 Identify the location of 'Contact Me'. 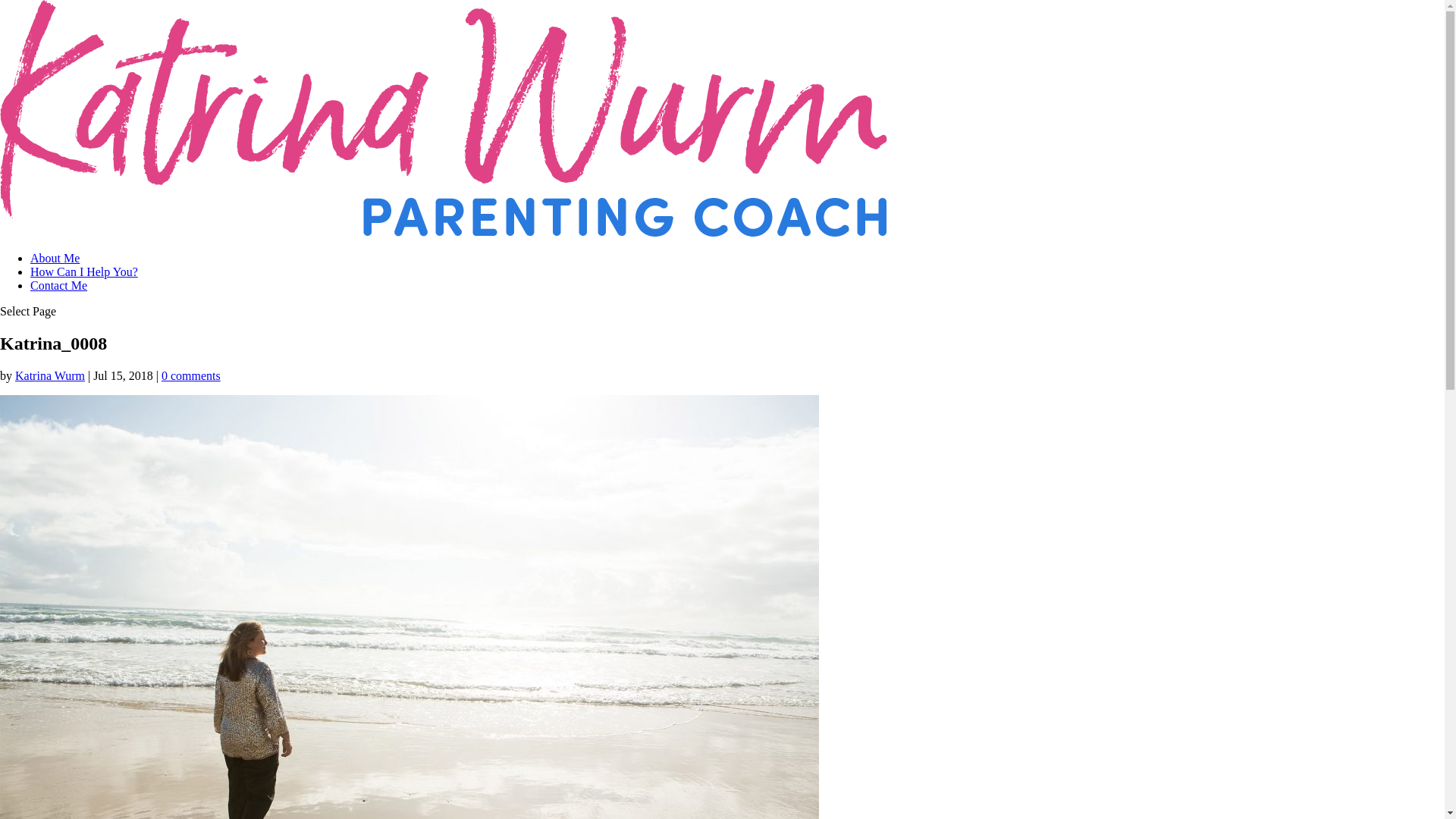
(58, 285).